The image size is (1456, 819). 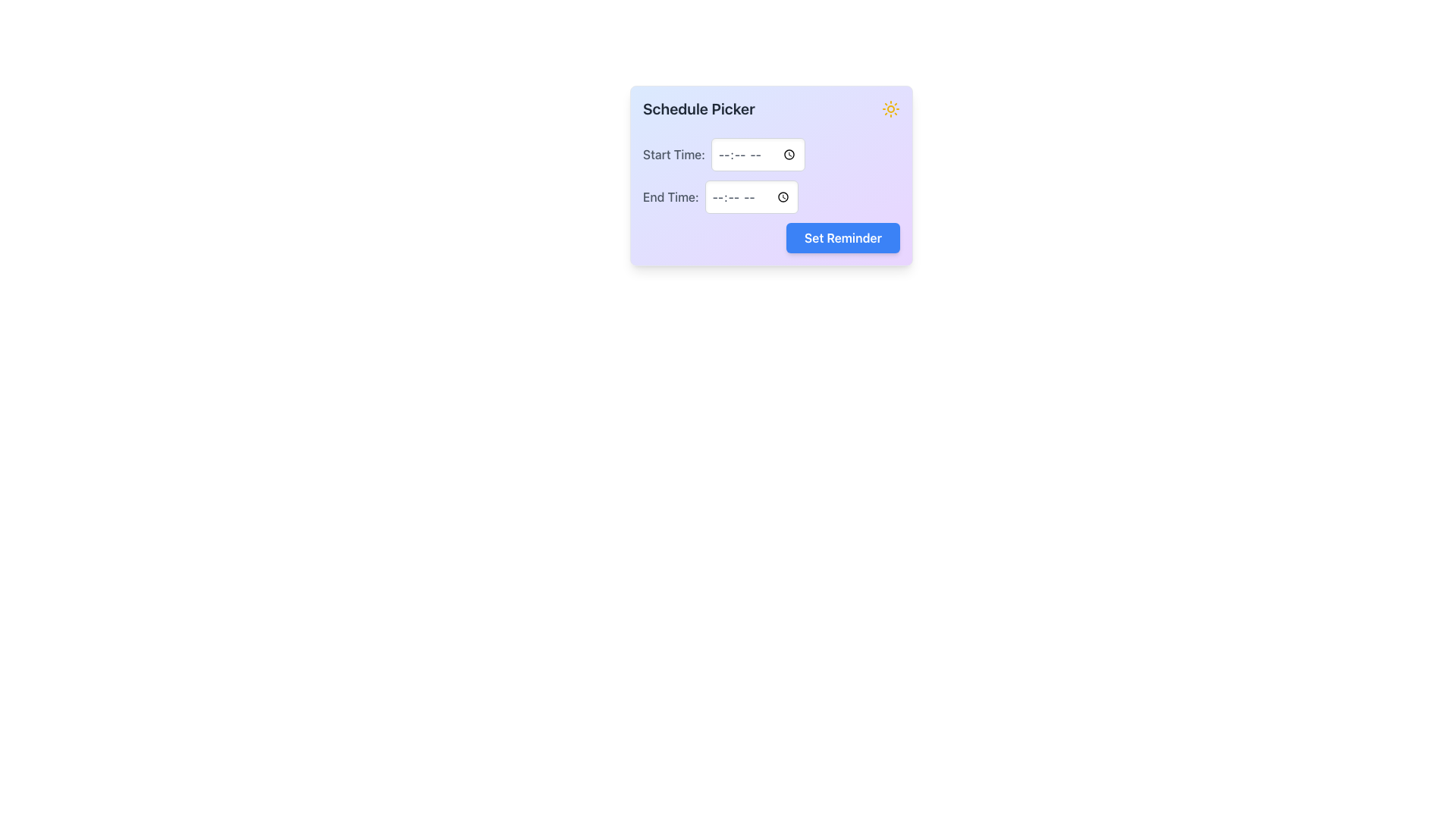 What do you see at coordinates (771, 195) in the screenshot?
I see `the time input fields within the 'Schedule Picker' panel` at bounding box center [771, 195].